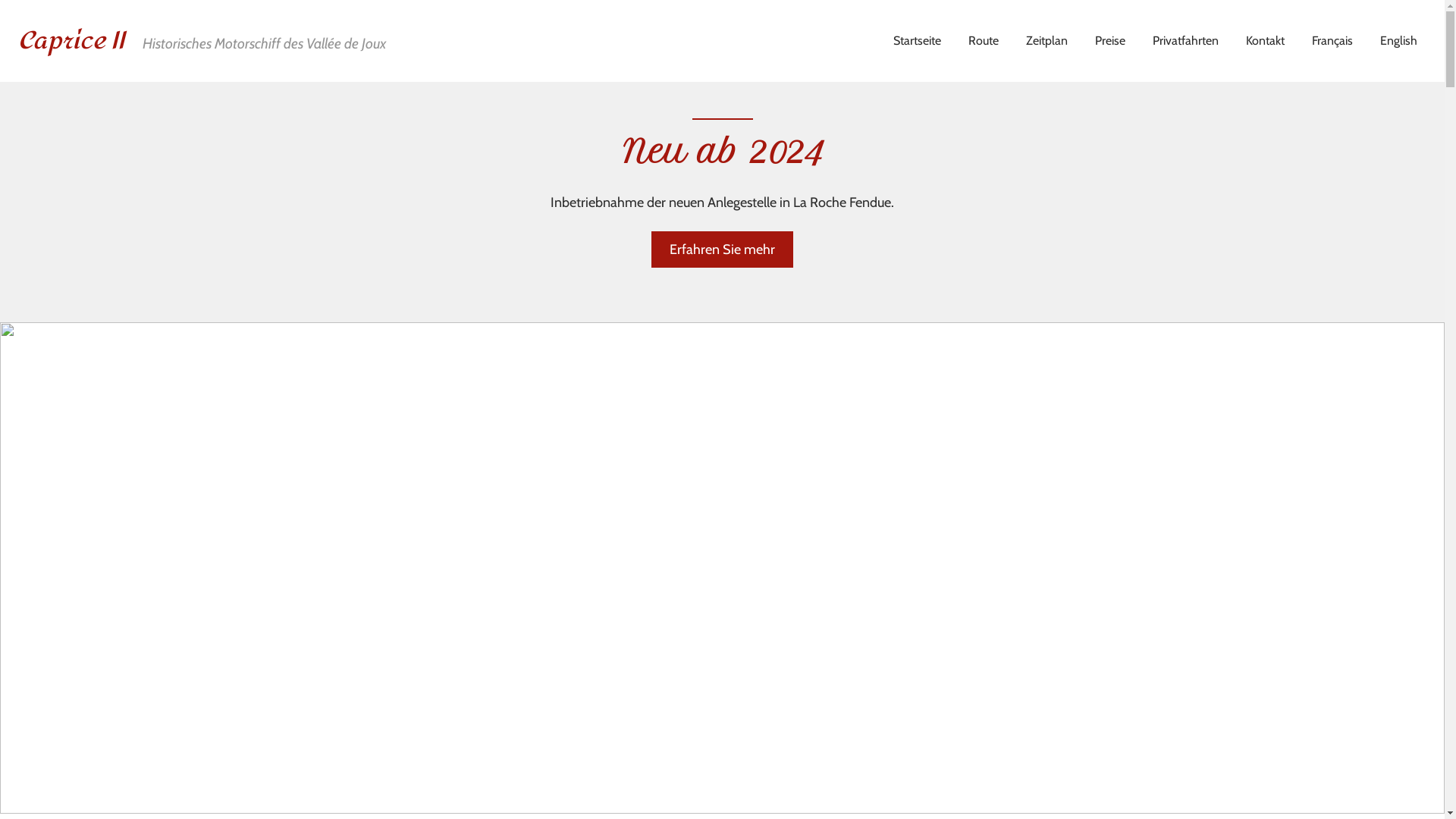 This screenshot has height=819, width=1456. I want to click on 'Zeitplan', so click(1016, 40).